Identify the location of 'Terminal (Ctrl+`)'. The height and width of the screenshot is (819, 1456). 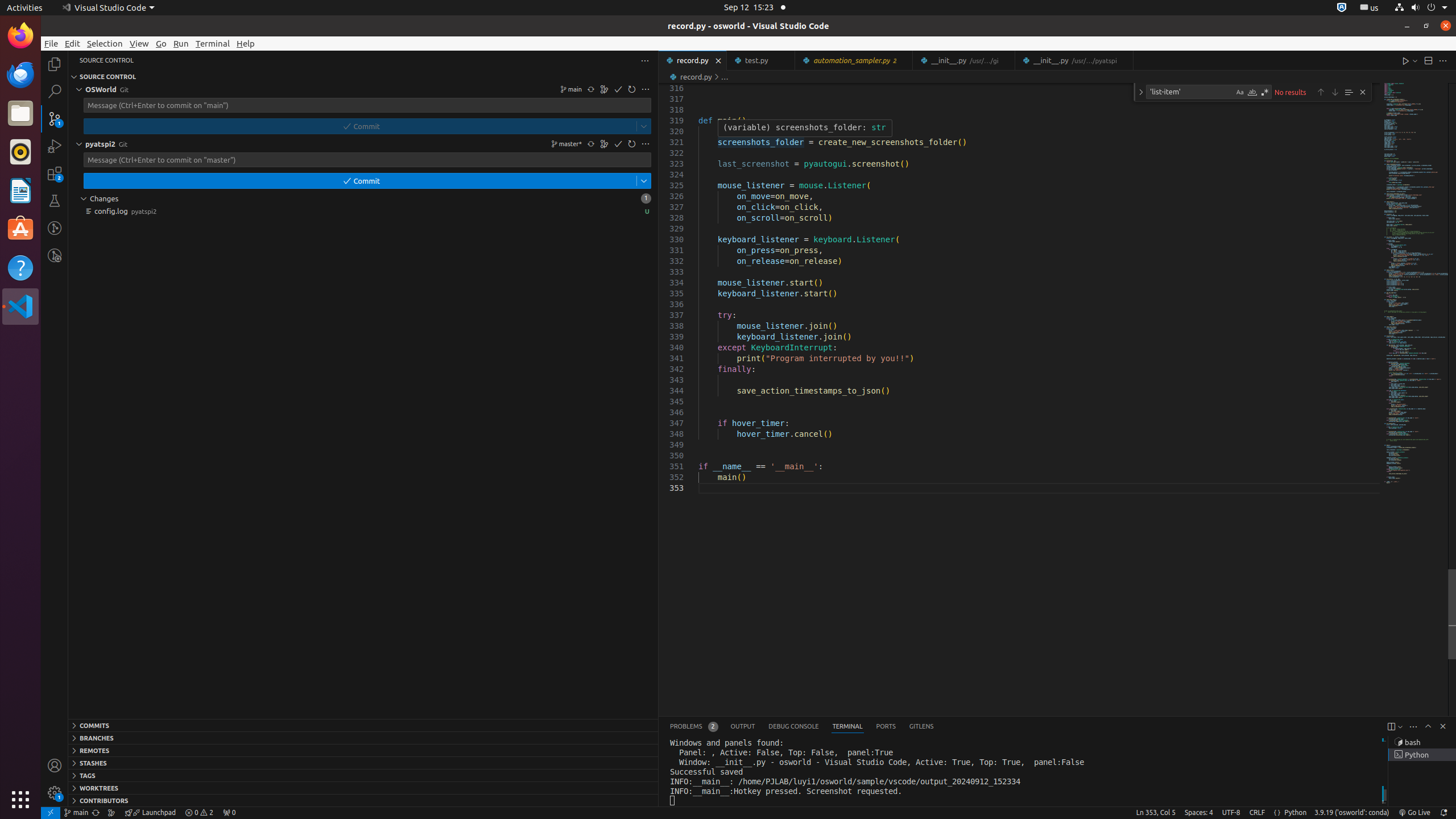
(846, 726).